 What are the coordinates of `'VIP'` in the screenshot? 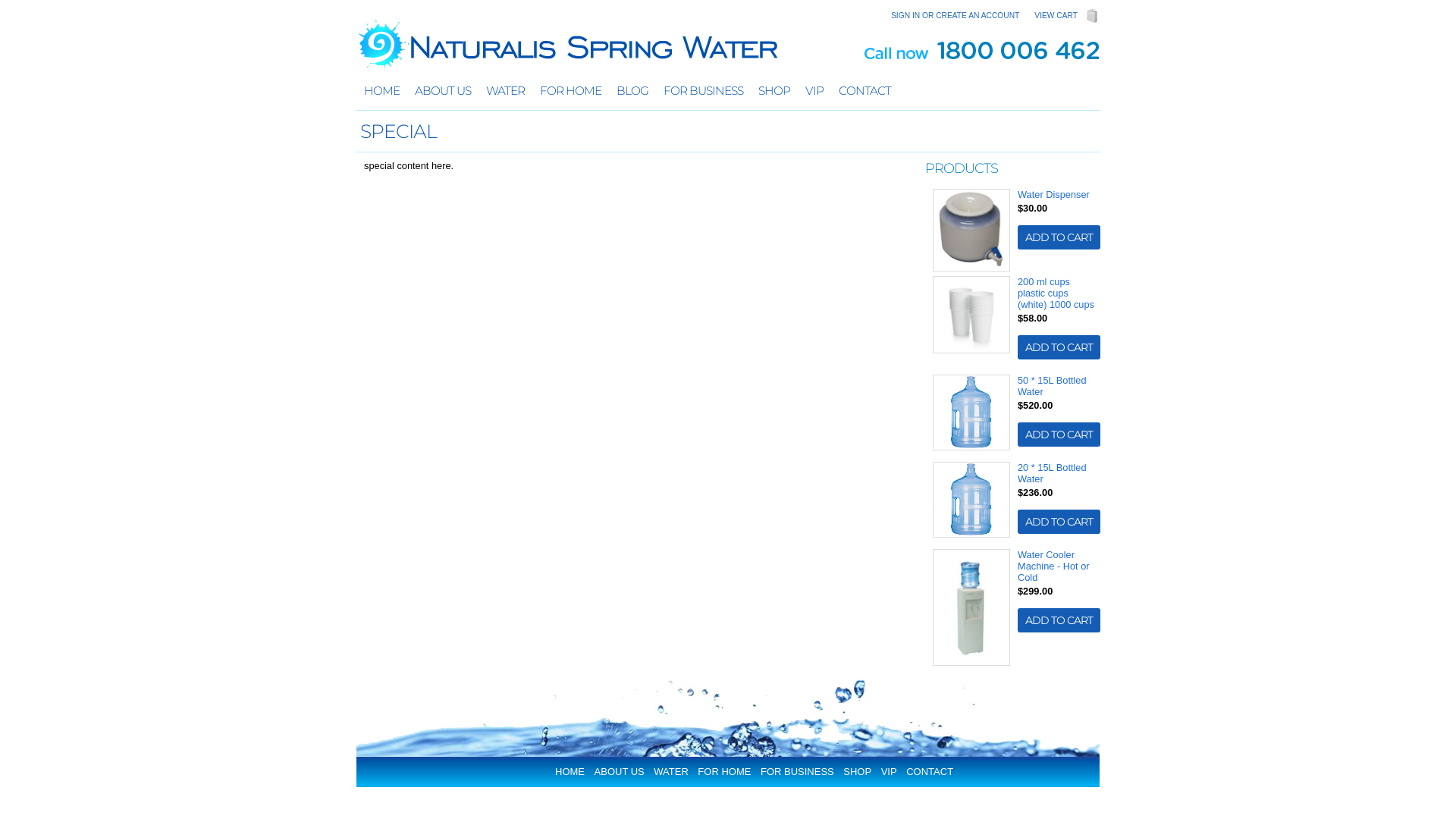 It's located at (893, 771).